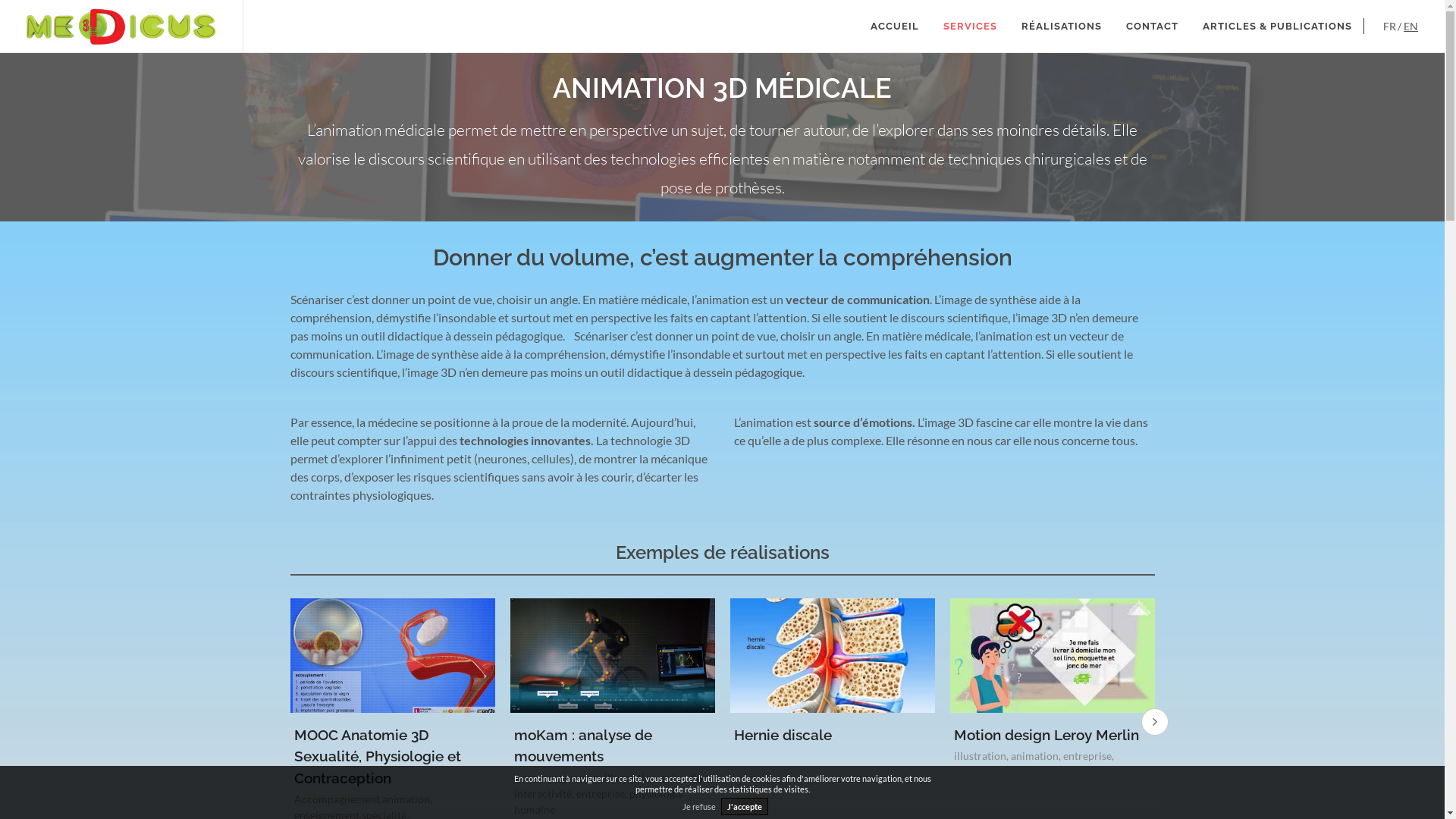  What do you see at coordinates (1152, 26) in the screenshot?
I see `'CONTACT'` at bounding box center [1152, 26].